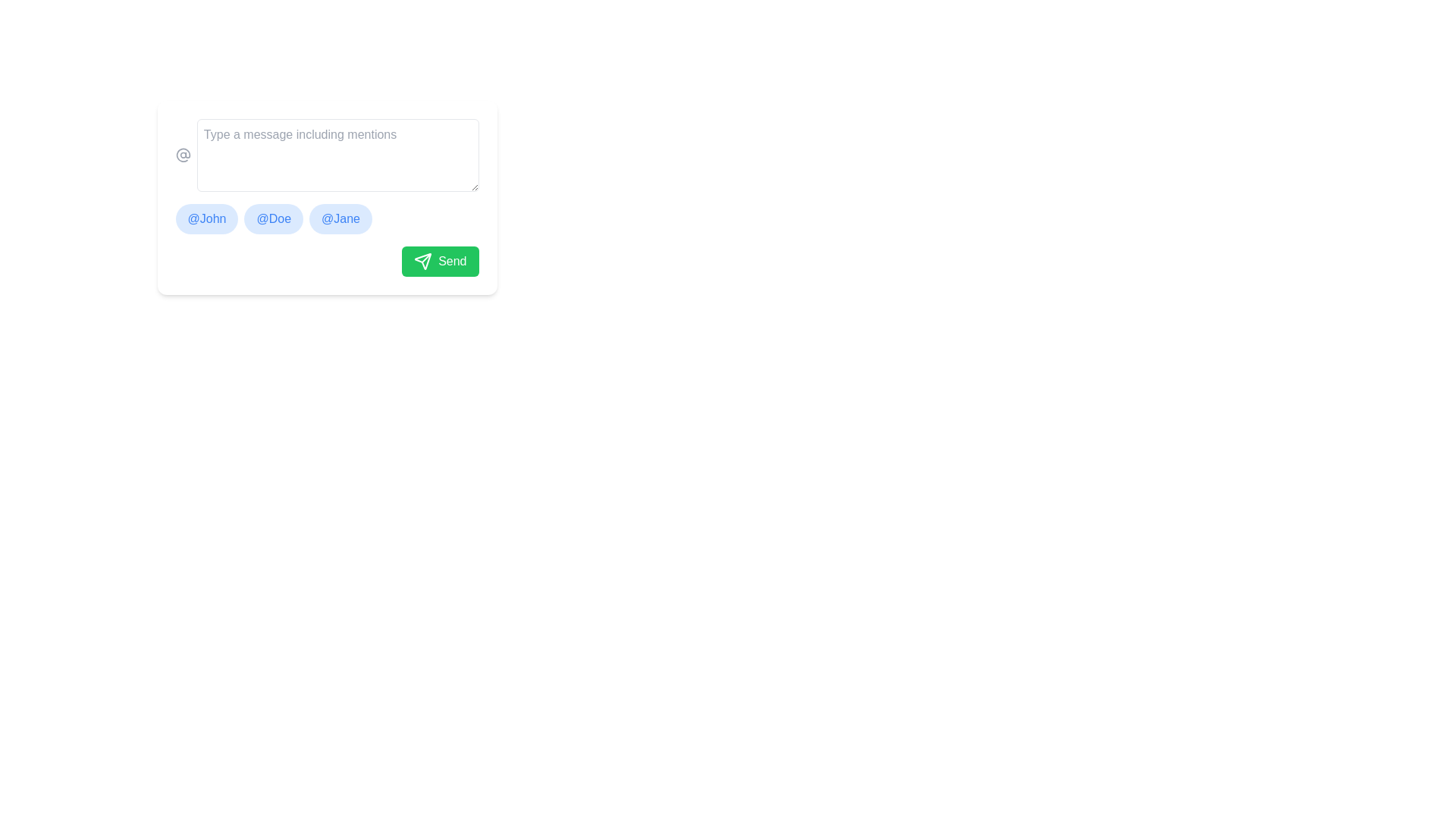 This screenshot has width=1456, height=819. What do you see at coordinates (274, 219) in the screenshot?
I see `the interactive mention button for 'Doe', located between '@John' and '@Jane'` at bounding box center [274, 219].